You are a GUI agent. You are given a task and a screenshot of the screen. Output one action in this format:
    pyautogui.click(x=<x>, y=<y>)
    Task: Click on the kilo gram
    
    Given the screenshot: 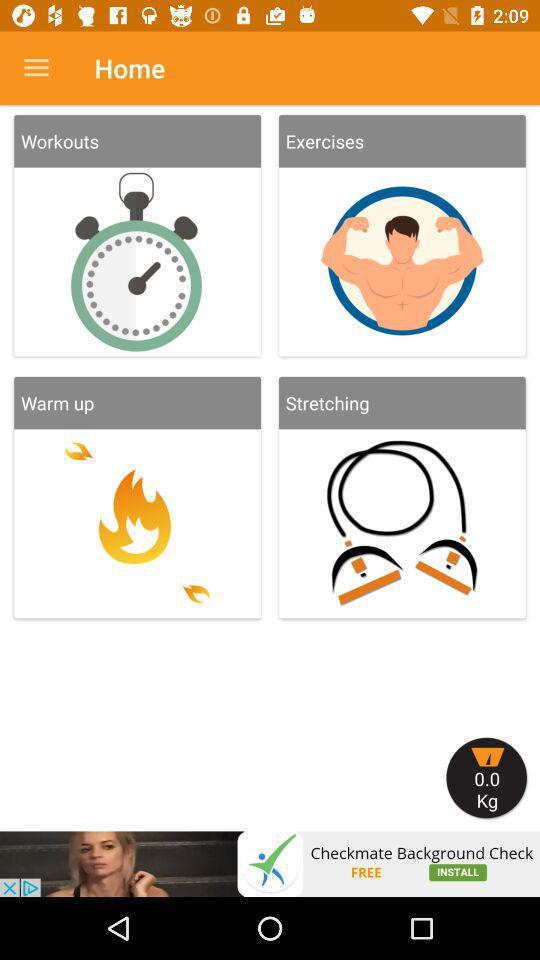 What is the action you would take?
    pyautogui.click(x=486, y=777)
    